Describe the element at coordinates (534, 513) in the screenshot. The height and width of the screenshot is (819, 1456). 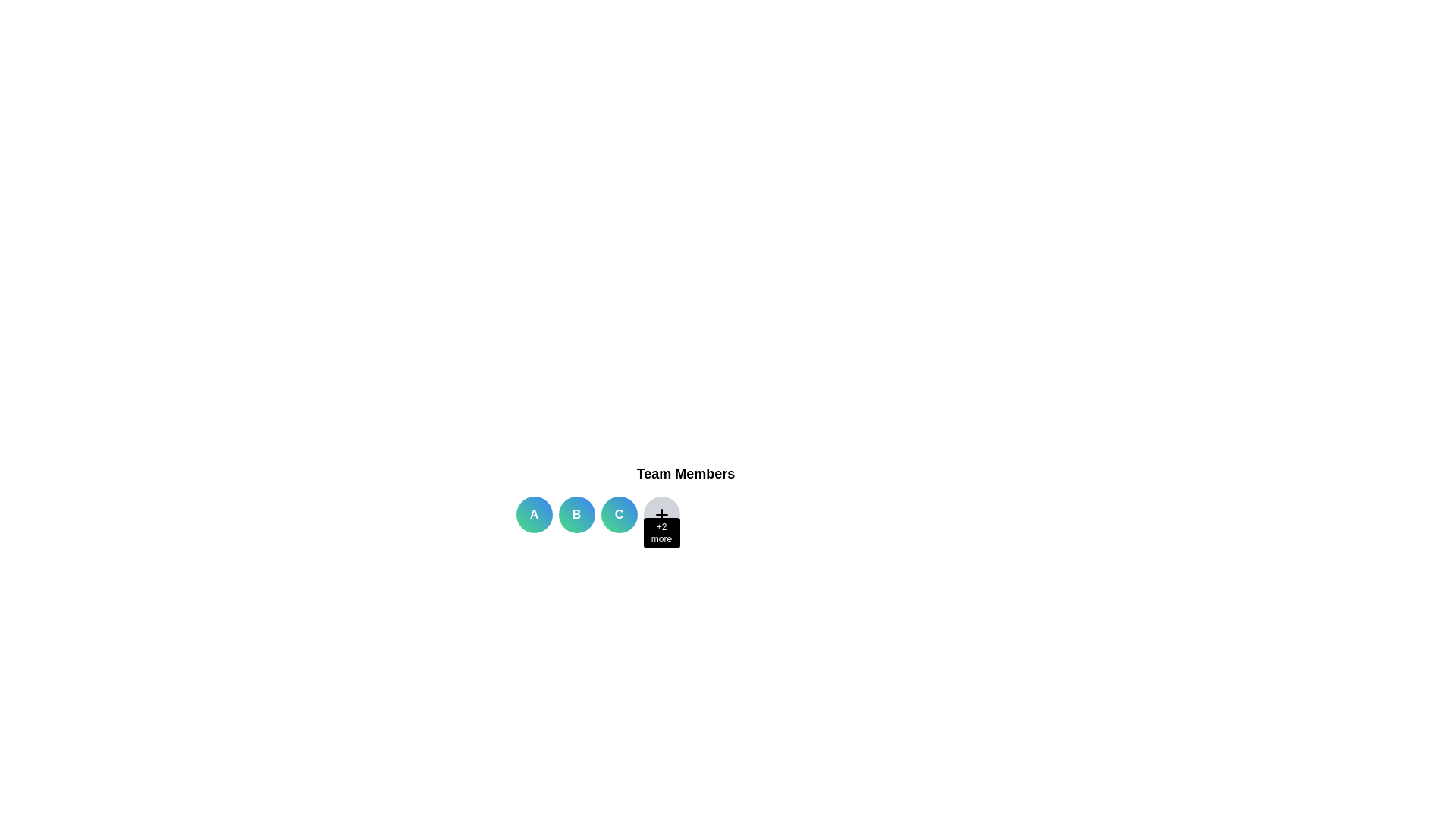
I see `the Avatar or Profile Picture, which is the leftmost circular icon in a row of four, representing a user or entity within the 'ABC+2 more' group` at that location.